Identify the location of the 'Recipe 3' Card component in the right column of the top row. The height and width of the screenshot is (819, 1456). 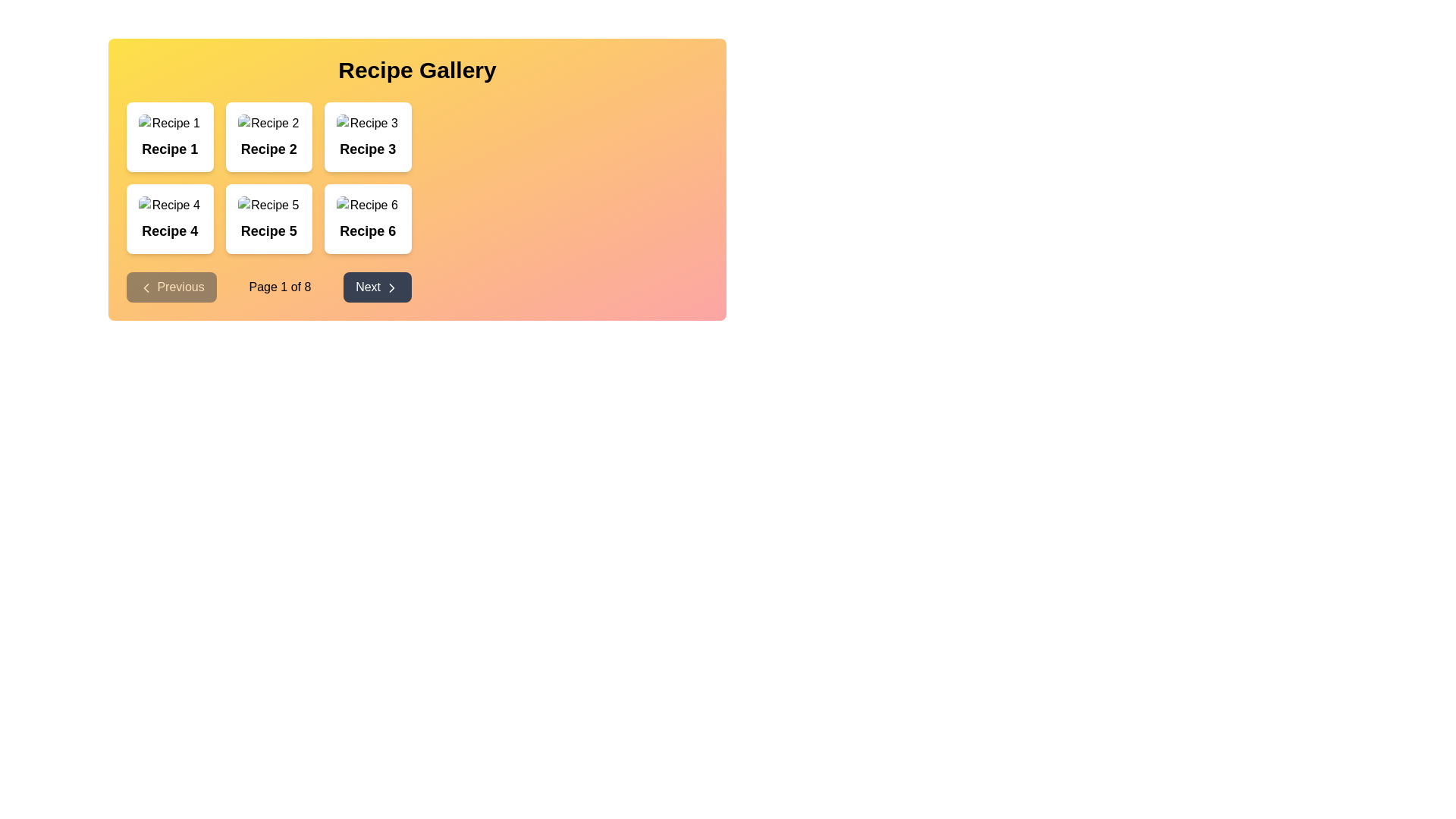
(368, 137).